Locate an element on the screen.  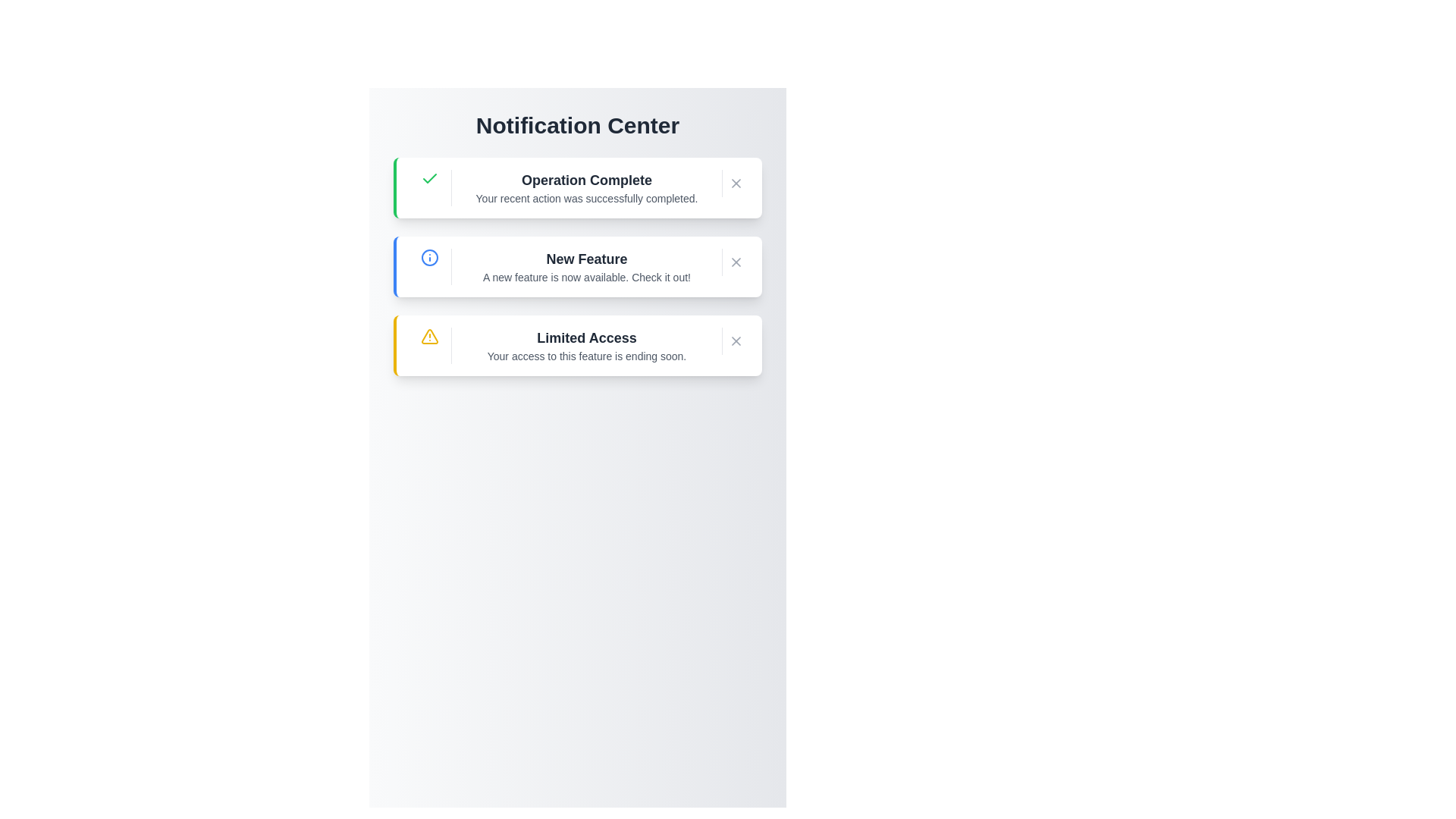
the status of the checkmark SVG icon indicating a completed operation, located to the left of the 'Operation Complete' text in the first notification card is located at coordinates (428, 177).